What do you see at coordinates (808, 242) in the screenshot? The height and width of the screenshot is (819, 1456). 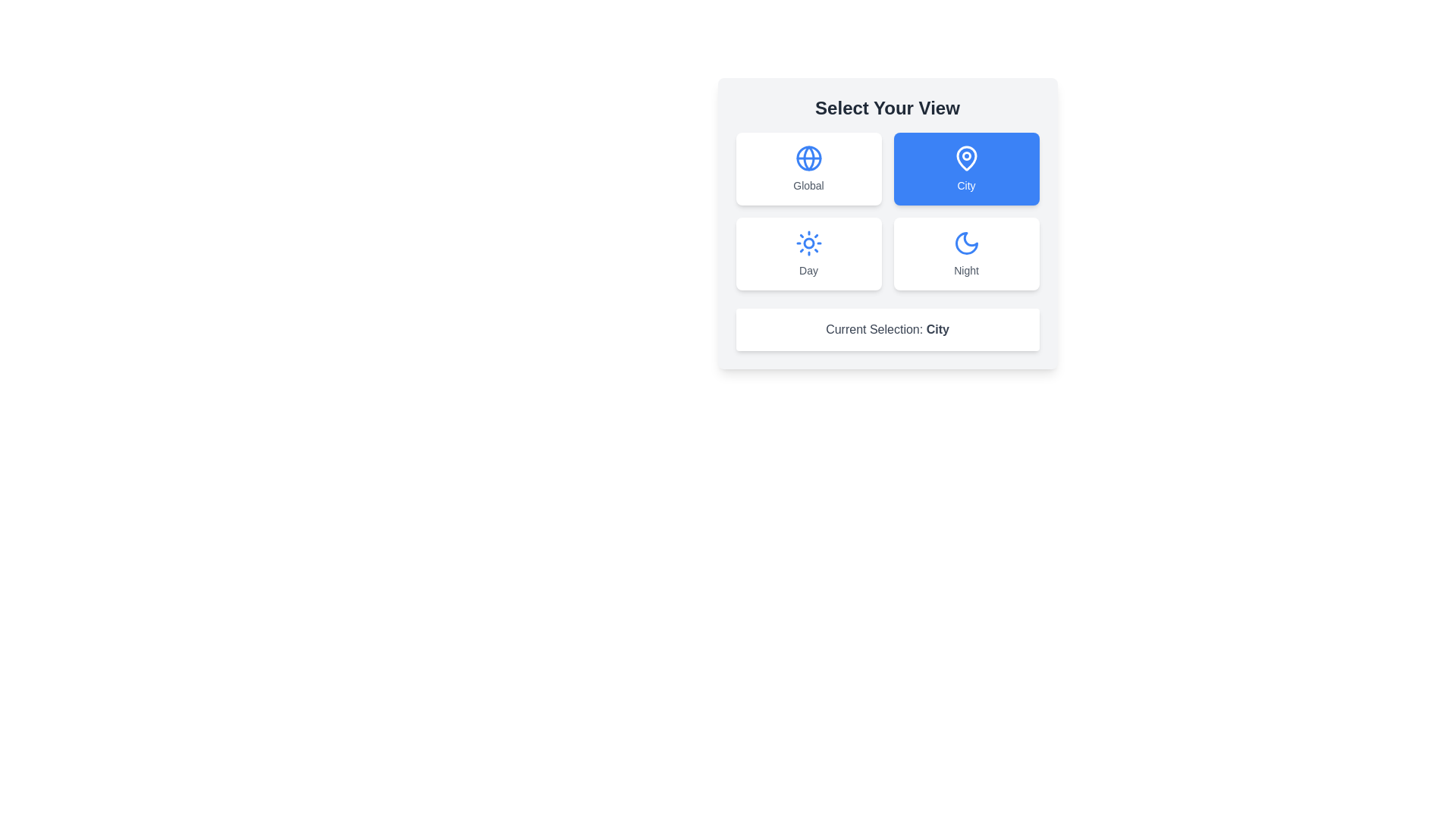 I see `the blue sun icon` at bounding box center [808, 242].